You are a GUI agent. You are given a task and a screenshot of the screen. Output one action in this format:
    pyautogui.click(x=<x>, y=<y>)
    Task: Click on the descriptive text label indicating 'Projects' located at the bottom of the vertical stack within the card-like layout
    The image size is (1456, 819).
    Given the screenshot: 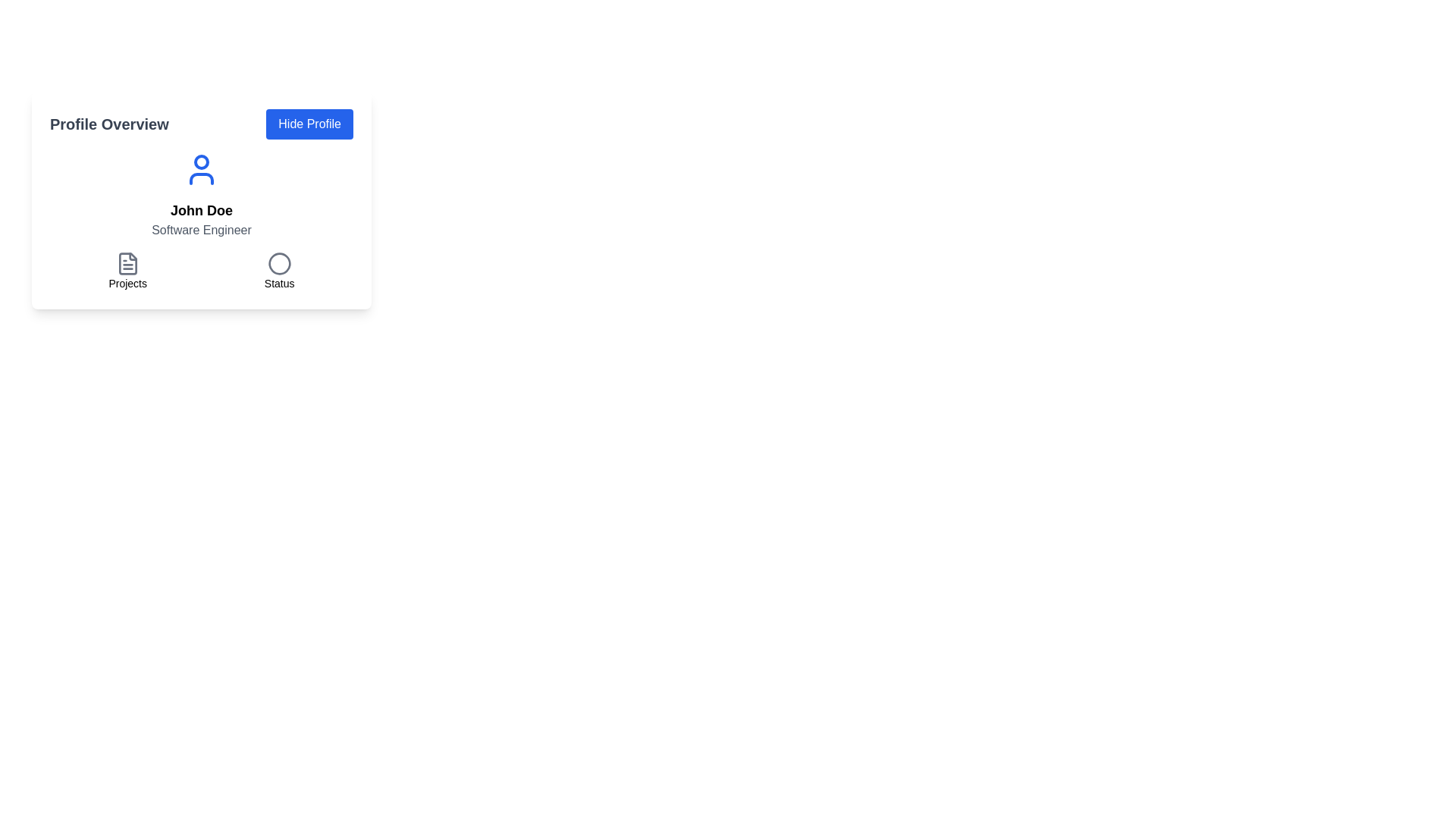 What is the action you would take?
    pyautogui.click(x=127, y=284)
    